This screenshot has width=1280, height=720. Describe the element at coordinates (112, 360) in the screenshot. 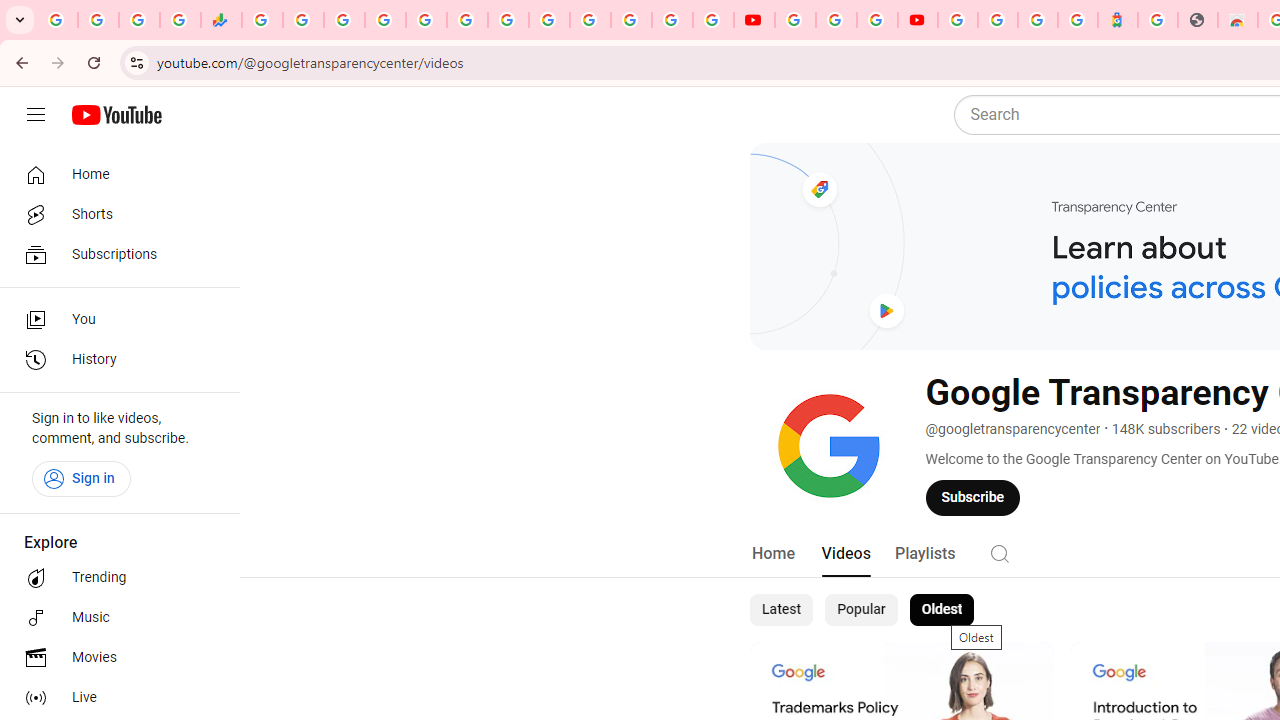

I see `'History'` at that location.